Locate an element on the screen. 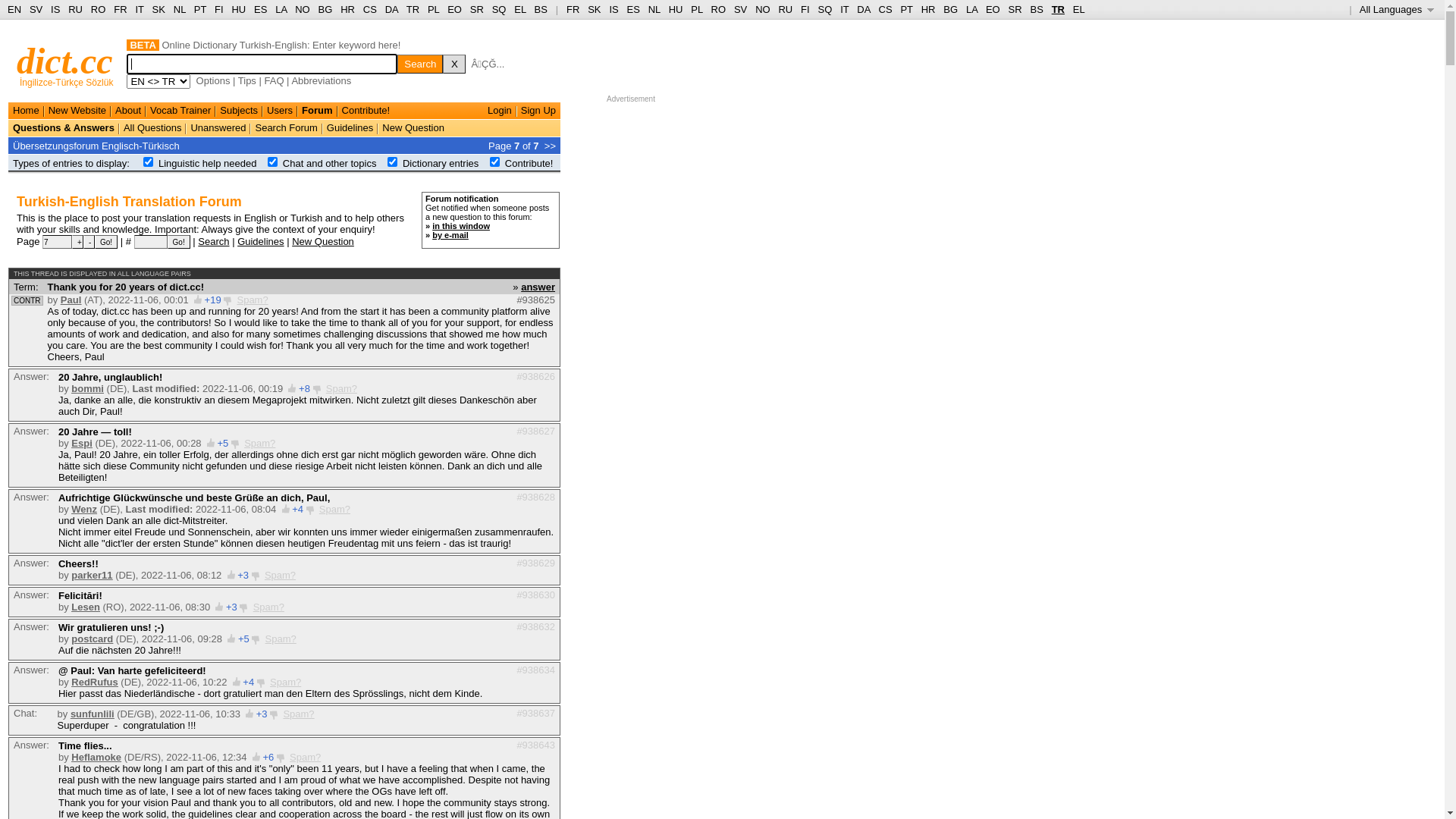 The image size is (1456, 819). '#938630' is located at coordinates (535, 593).